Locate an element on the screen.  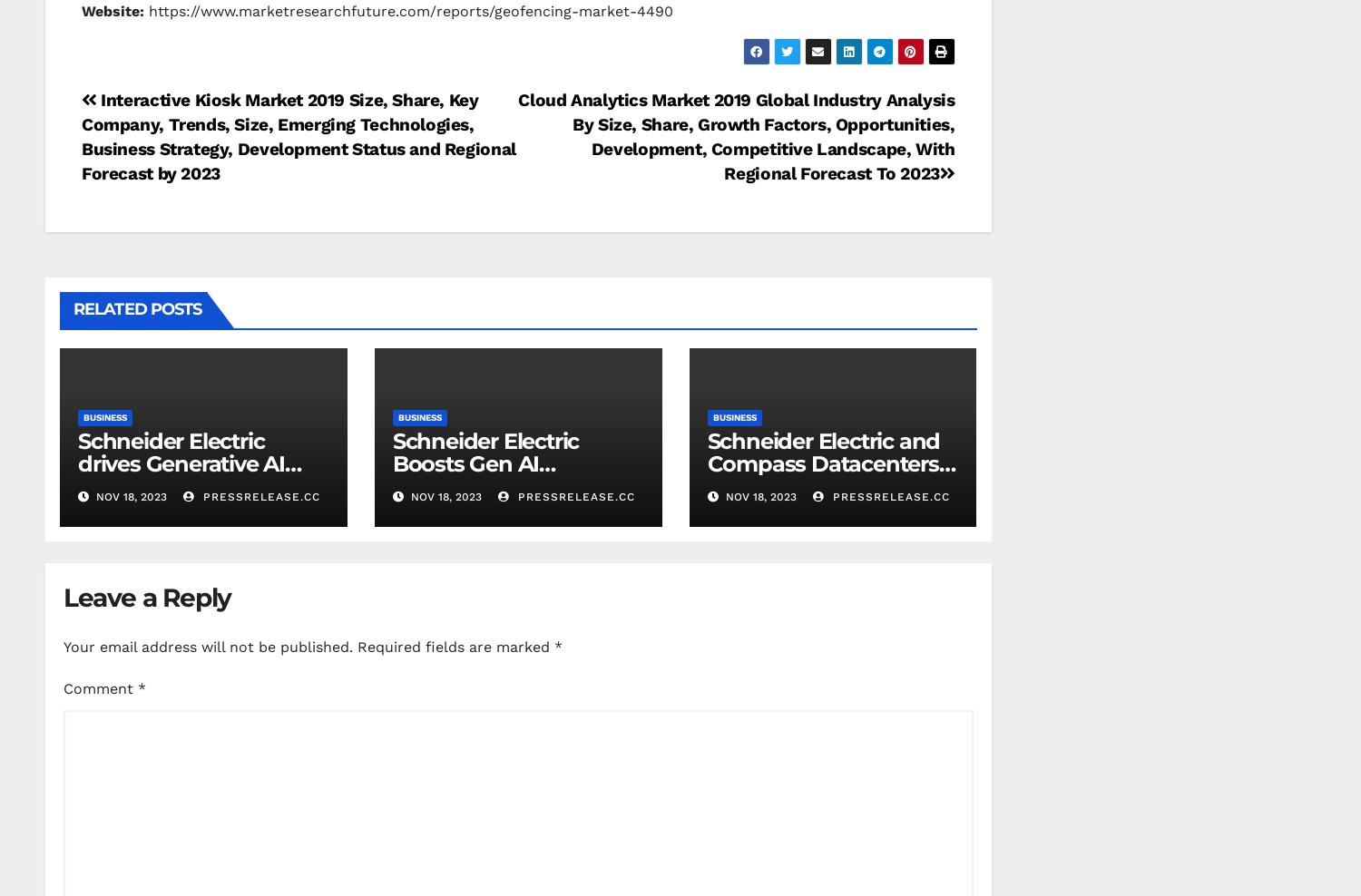
'Required fields are marked' is located at coordinates (357, 647).